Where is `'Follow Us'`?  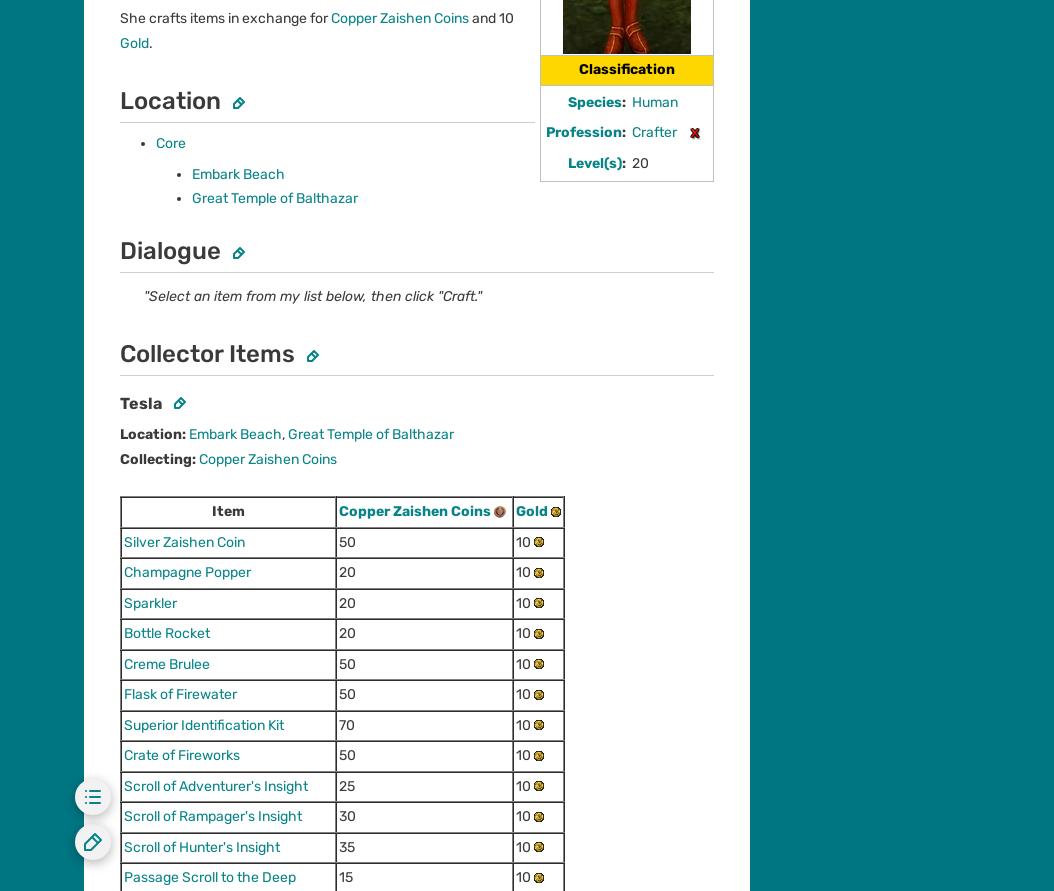
'Follow Us' is located at coordinates (83, 237).